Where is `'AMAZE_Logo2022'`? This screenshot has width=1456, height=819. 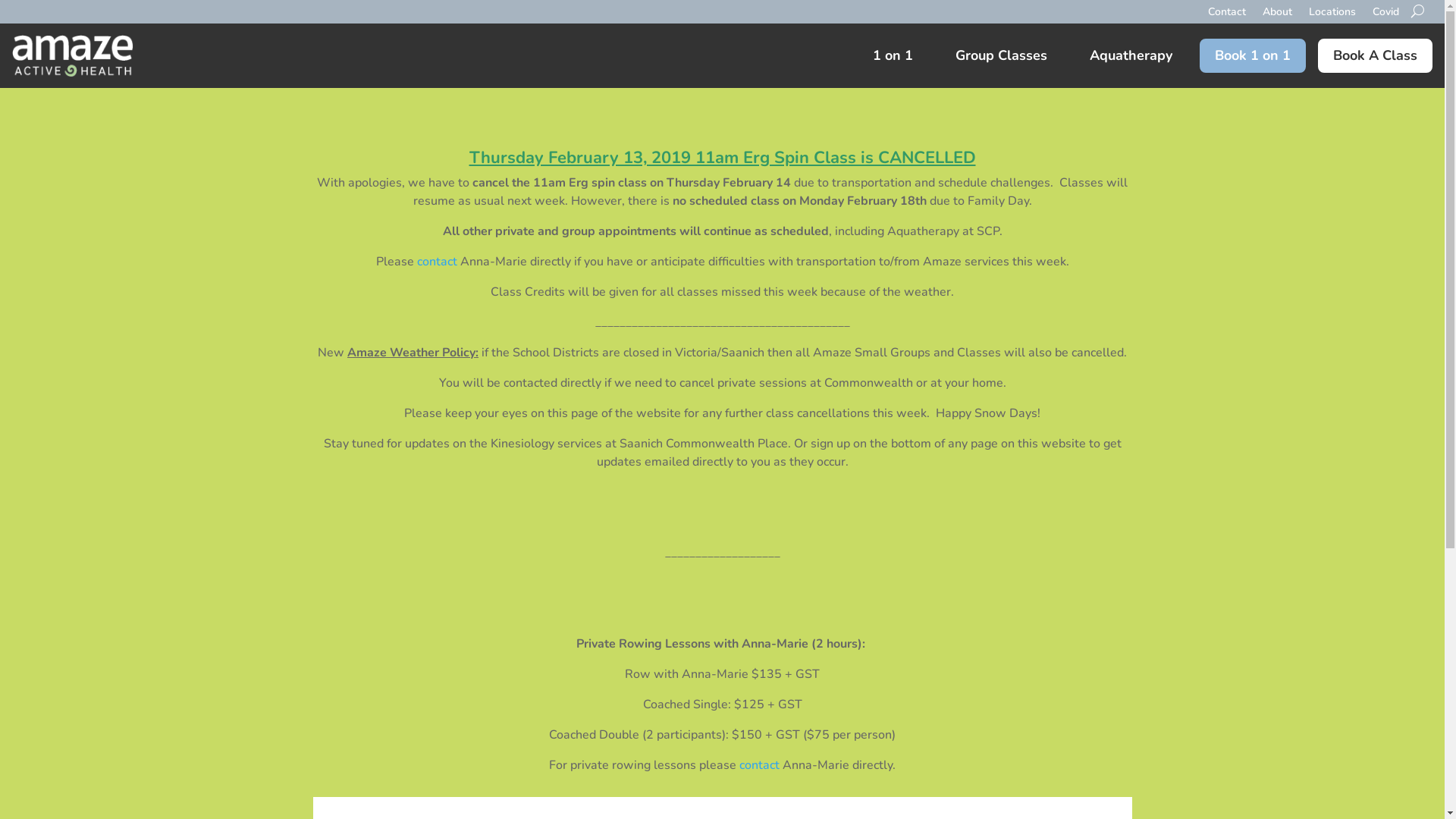 'AMAZE_Logo2022' is located at coordinates (72, 55).